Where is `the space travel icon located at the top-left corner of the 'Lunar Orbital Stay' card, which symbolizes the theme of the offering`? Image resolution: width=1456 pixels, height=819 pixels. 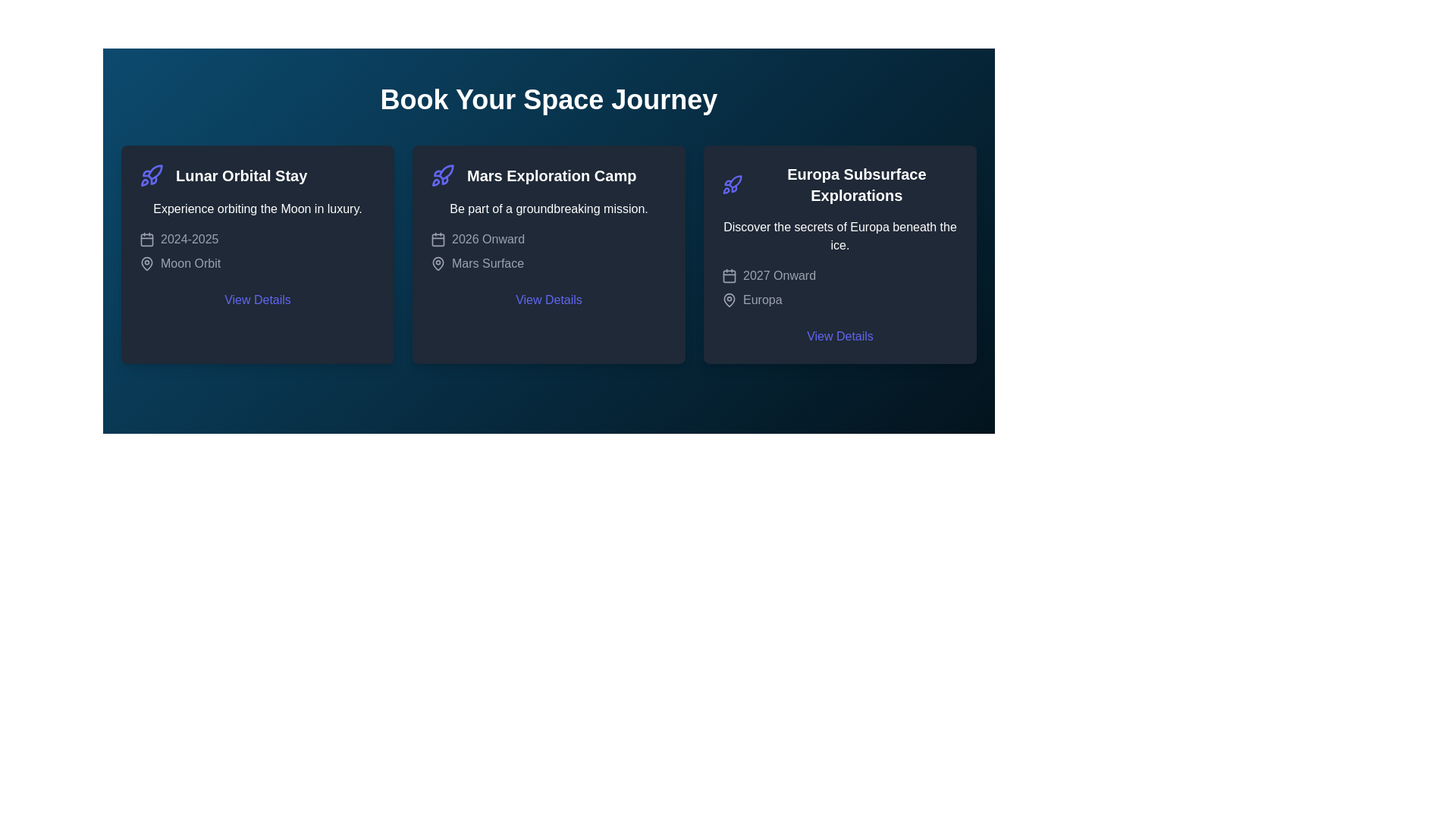
the space travel icon located at the top-left corner of the 'Lunar Orbital Stay' card, which symbolizes the theme of the offering is located at coordinates (152, 174).